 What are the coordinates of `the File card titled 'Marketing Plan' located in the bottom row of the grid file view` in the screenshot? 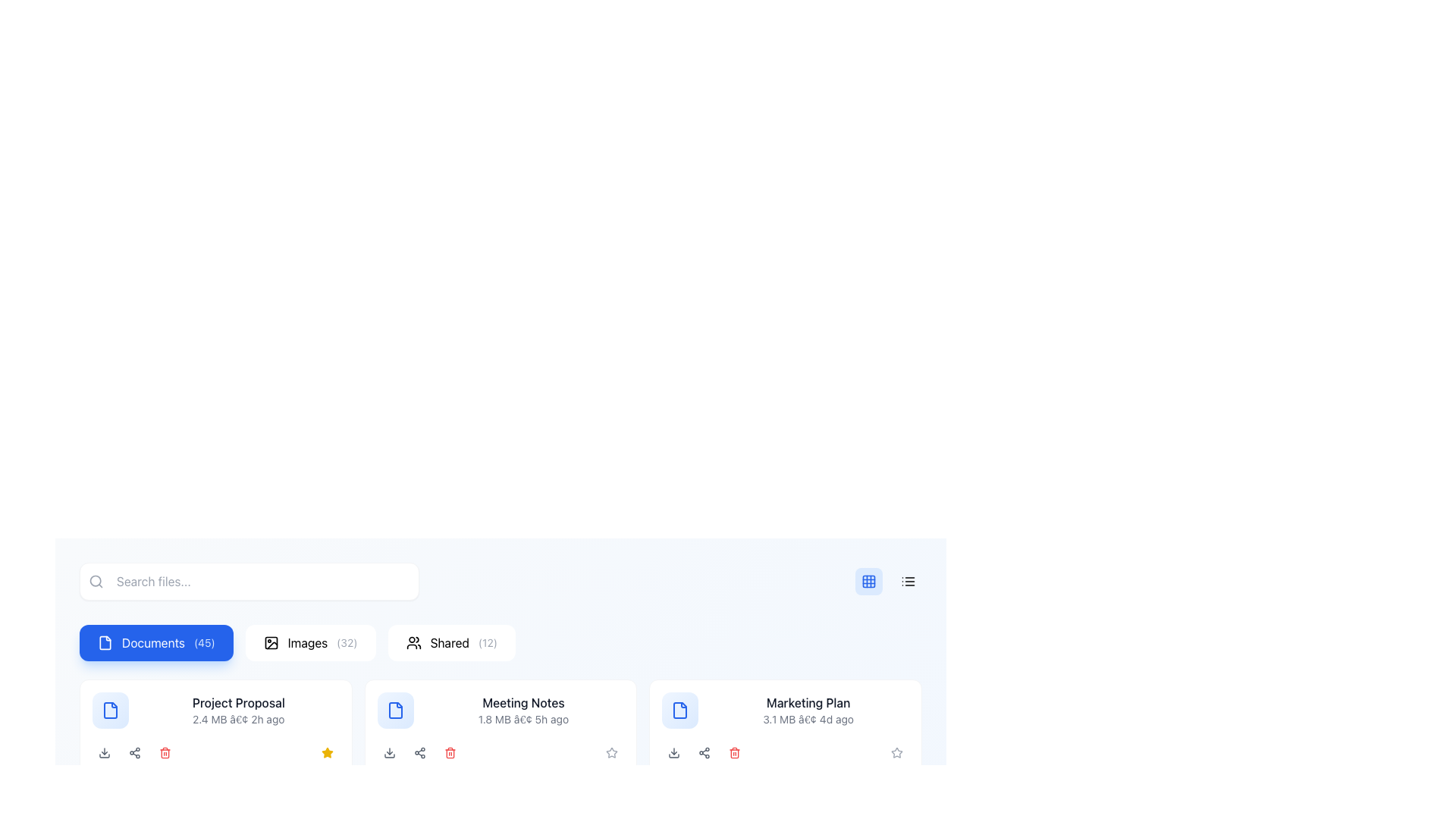 It's located at (786, 711).